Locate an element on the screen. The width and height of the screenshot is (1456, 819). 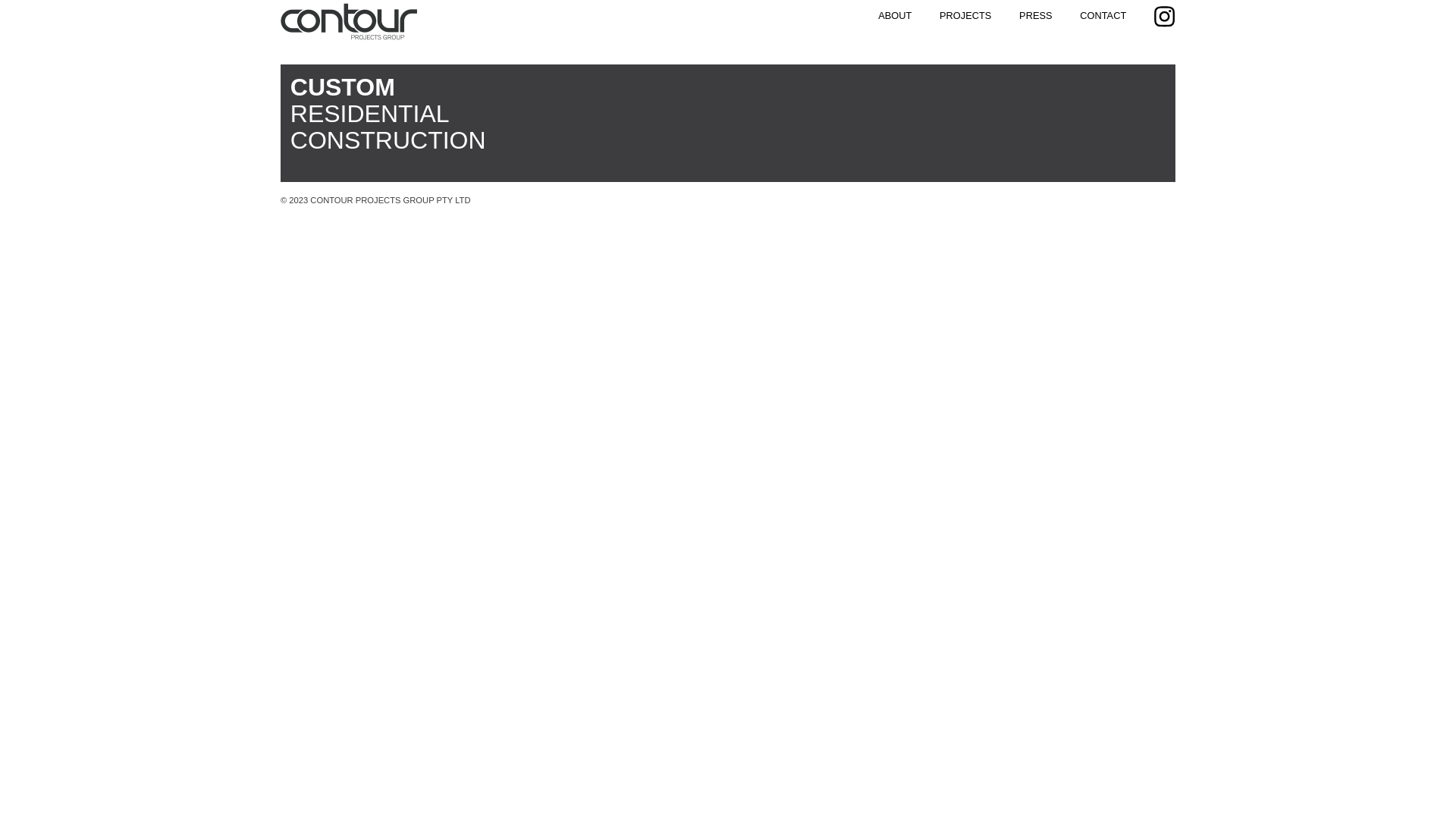
'PROJECTS' is located at coordinates (938, 15).